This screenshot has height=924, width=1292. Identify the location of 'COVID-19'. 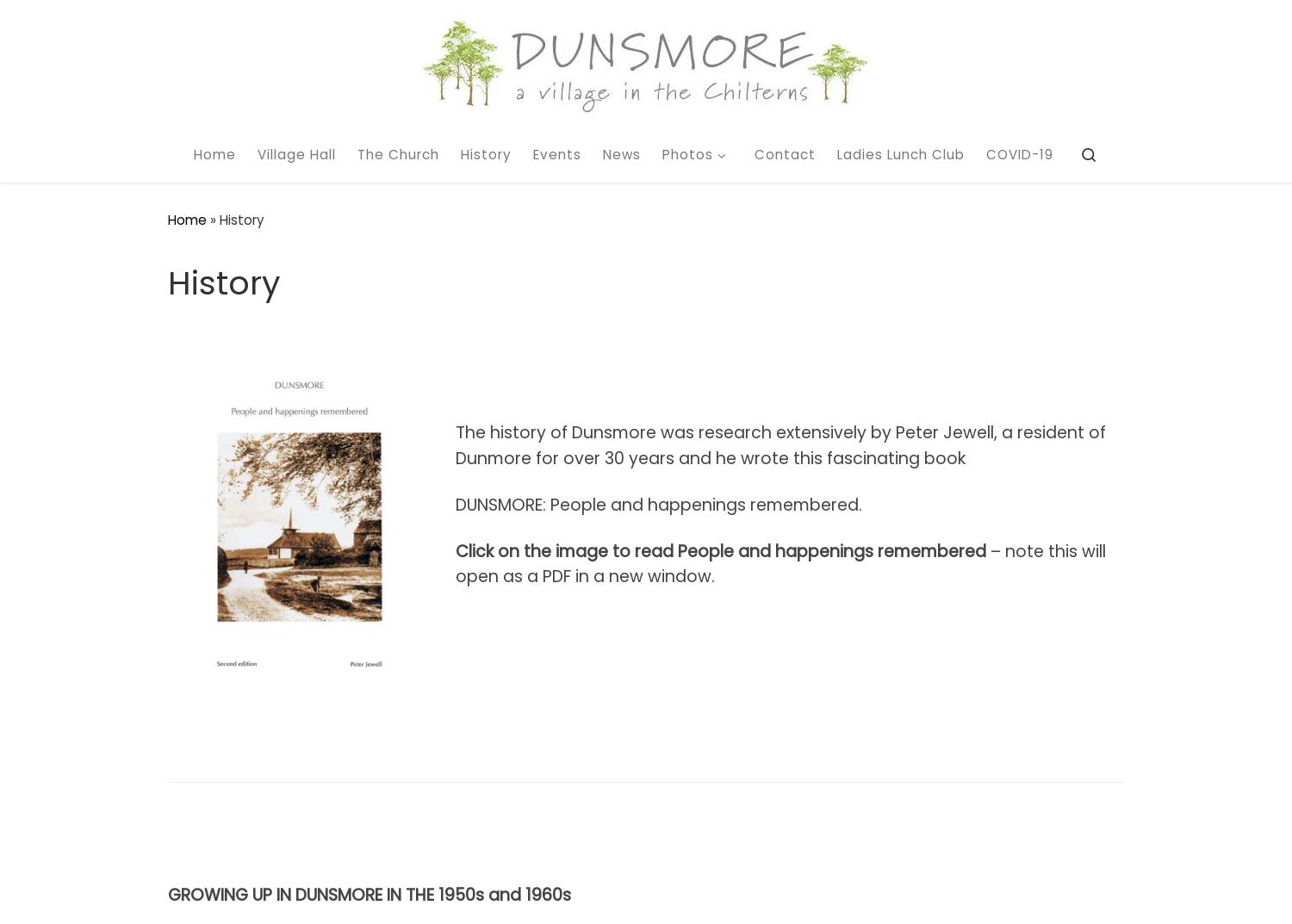
(985, 153).